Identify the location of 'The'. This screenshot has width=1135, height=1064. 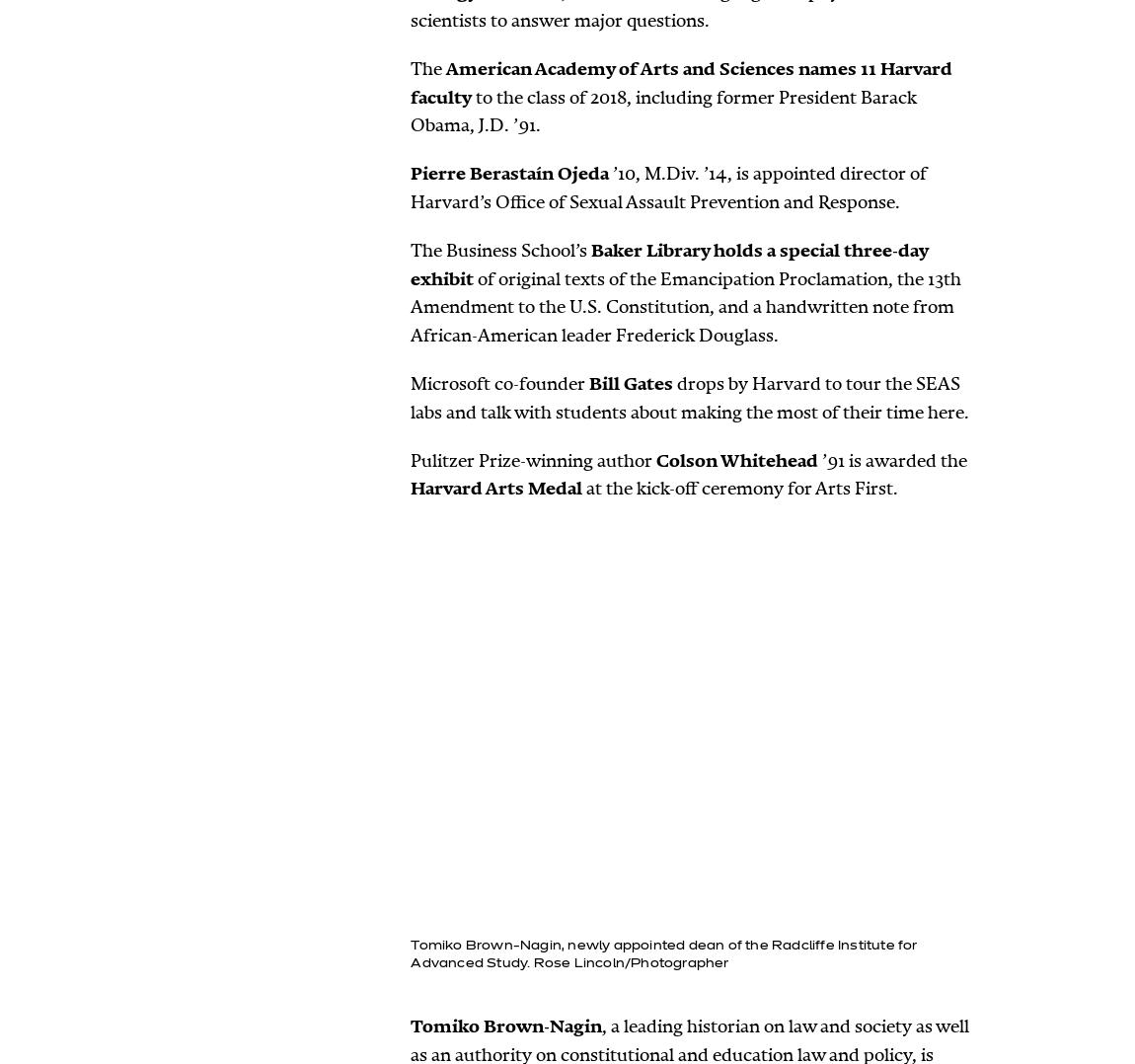
(428, 67).